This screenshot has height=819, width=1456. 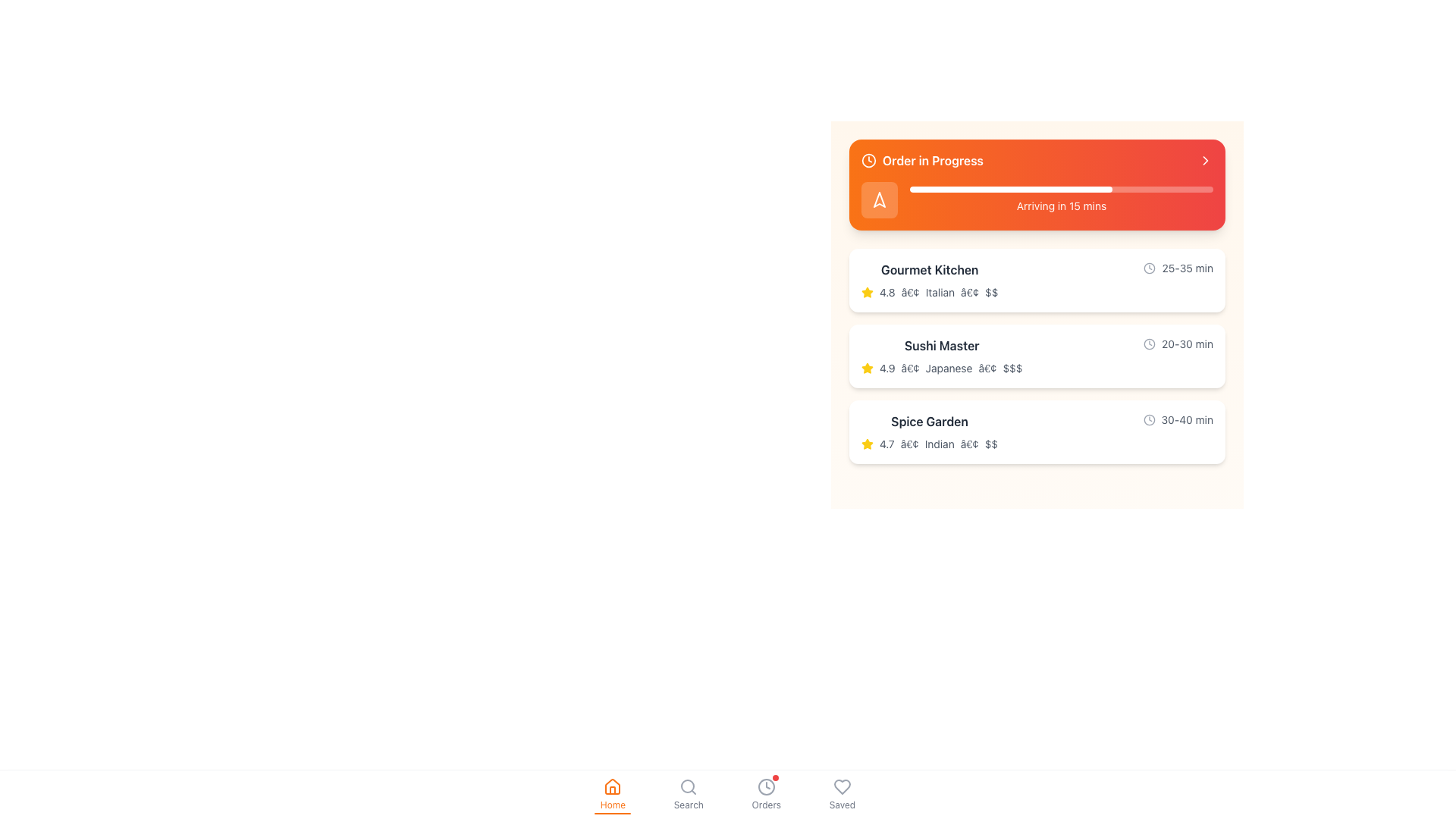 What do you see at coordinates (766, 804) in the screenshot?
I see `the 'Orders' text label located in the bottom navigation bar, which provides a textual indication for the corresponding clock icon` at bounding box center [766, 804].